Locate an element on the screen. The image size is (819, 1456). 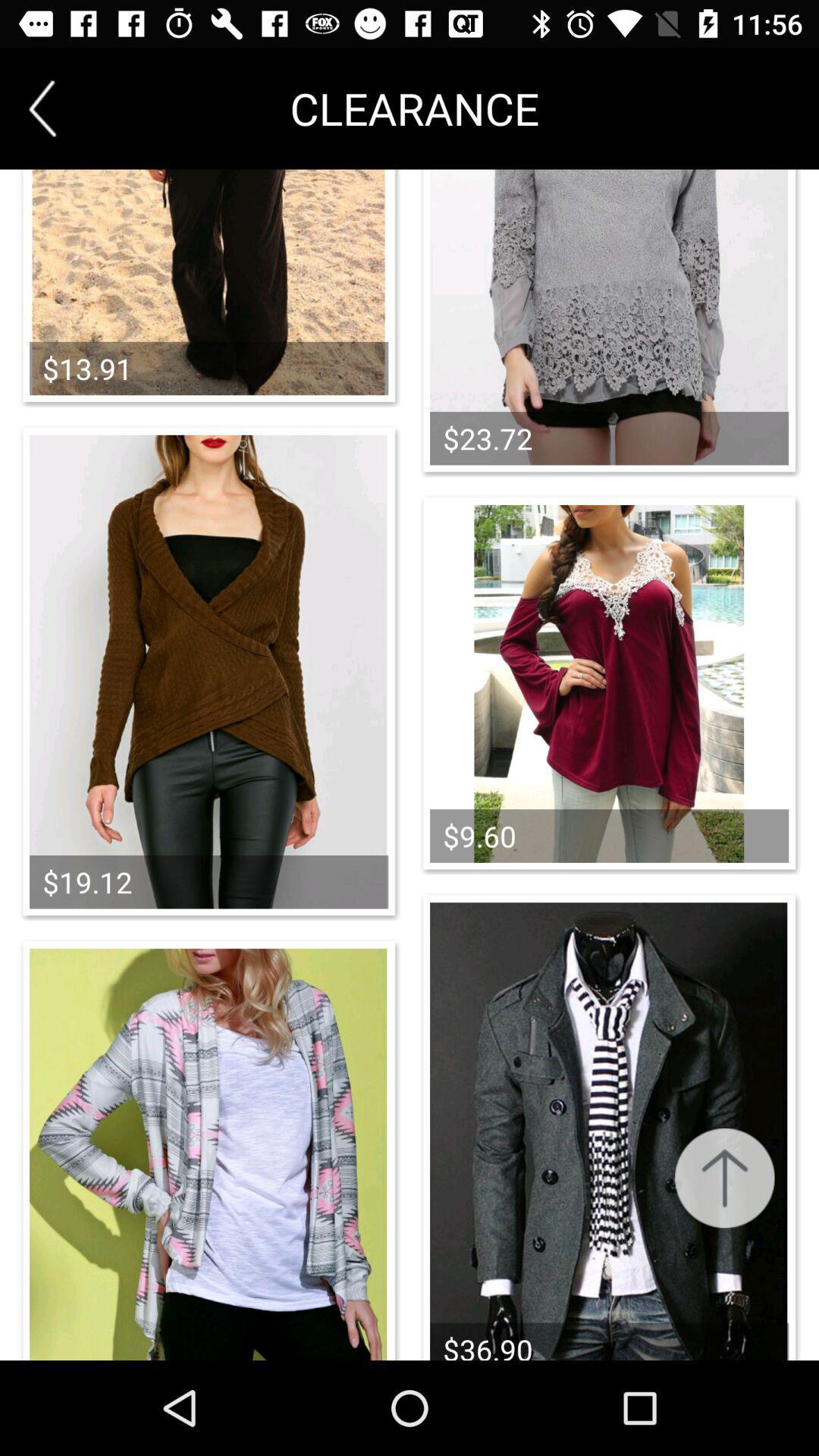
go back is located at coordinates (42, 108).